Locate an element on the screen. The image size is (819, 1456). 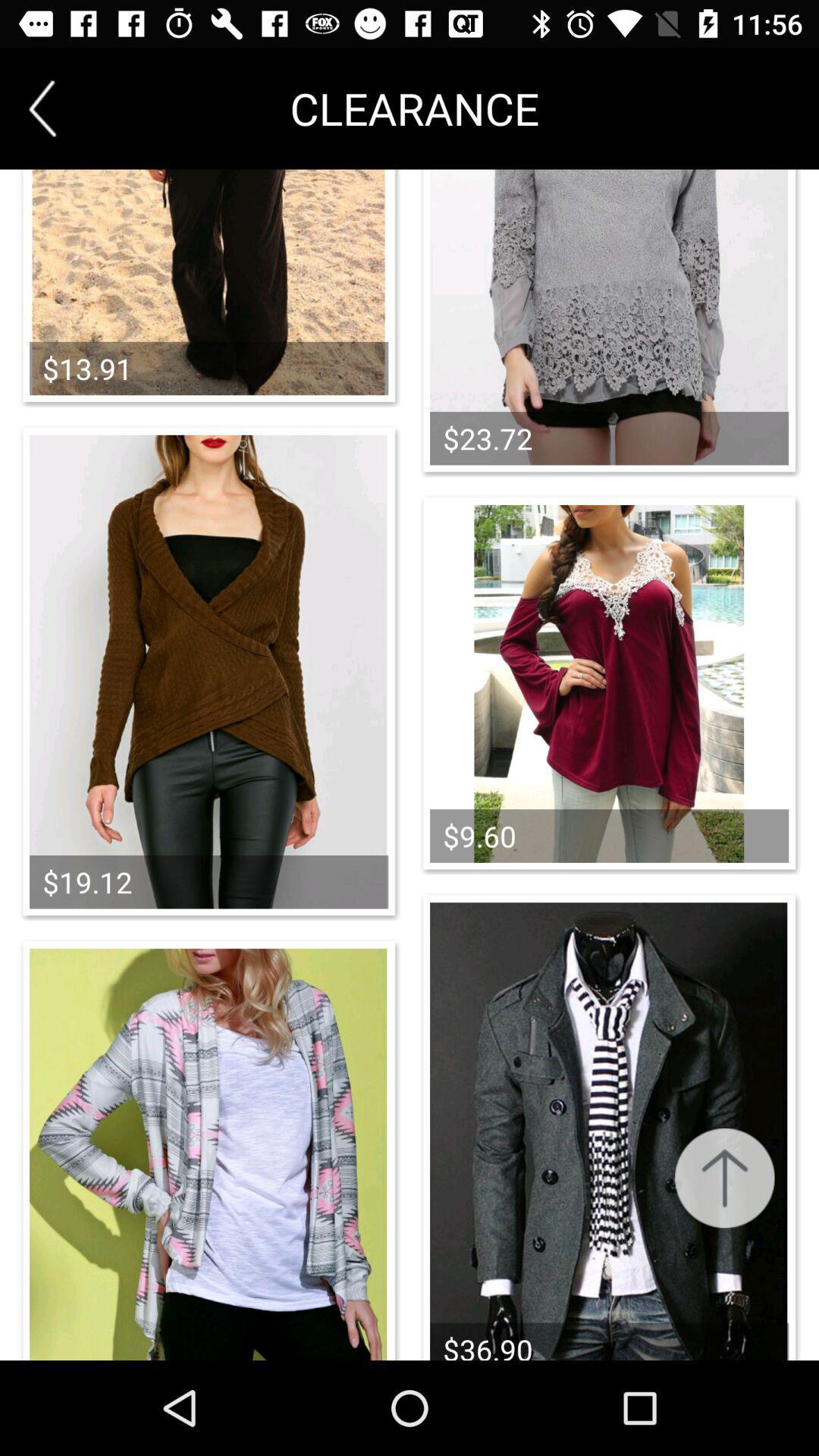
go back is located at coordinates (42, 108).